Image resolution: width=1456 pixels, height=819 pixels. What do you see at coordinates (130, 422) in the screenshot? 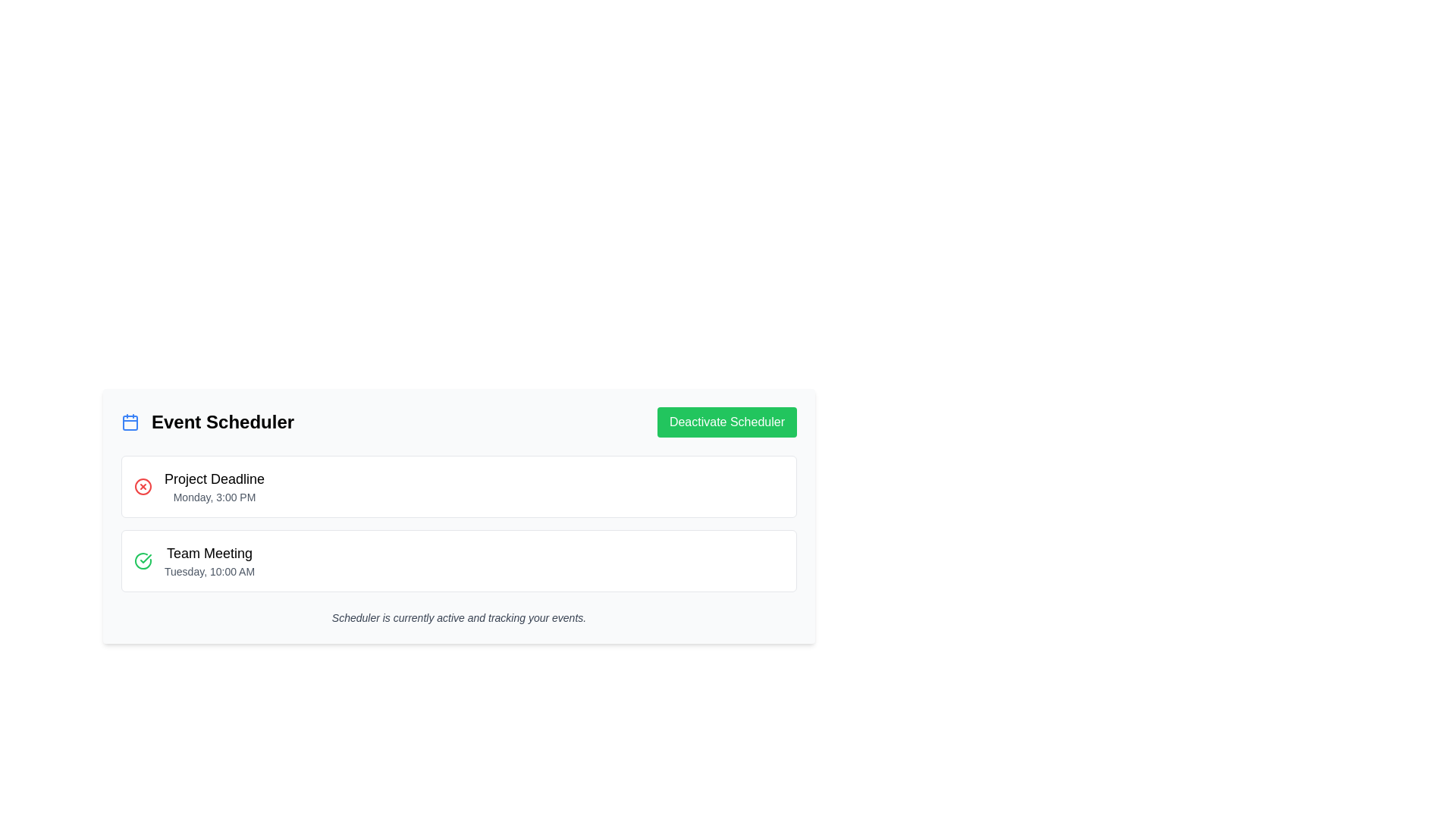
I see `the icon that visually represents the scheduler functionality, located to the left of the 'Event Scheduler' text at the top-left section of the card` at bounding box center [130, 422].